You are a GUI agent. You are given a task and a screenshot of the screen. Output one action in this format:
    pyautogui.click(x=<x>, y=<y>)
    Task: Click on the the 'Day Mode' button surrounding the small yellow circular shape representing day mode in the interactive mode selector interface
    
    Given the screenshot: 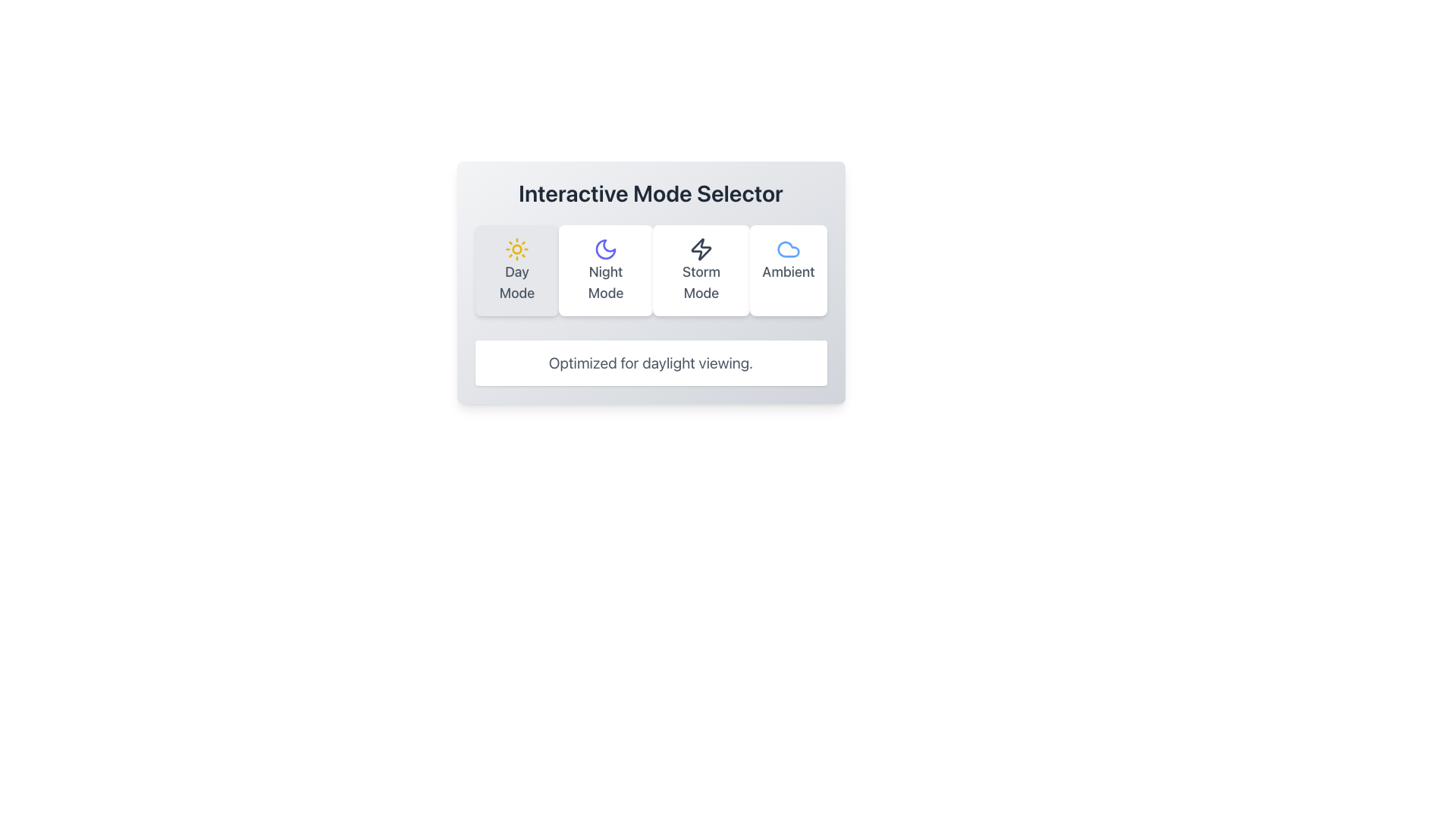 What is the action you would take?
    pyautogui.click(x=516, y=248)
    